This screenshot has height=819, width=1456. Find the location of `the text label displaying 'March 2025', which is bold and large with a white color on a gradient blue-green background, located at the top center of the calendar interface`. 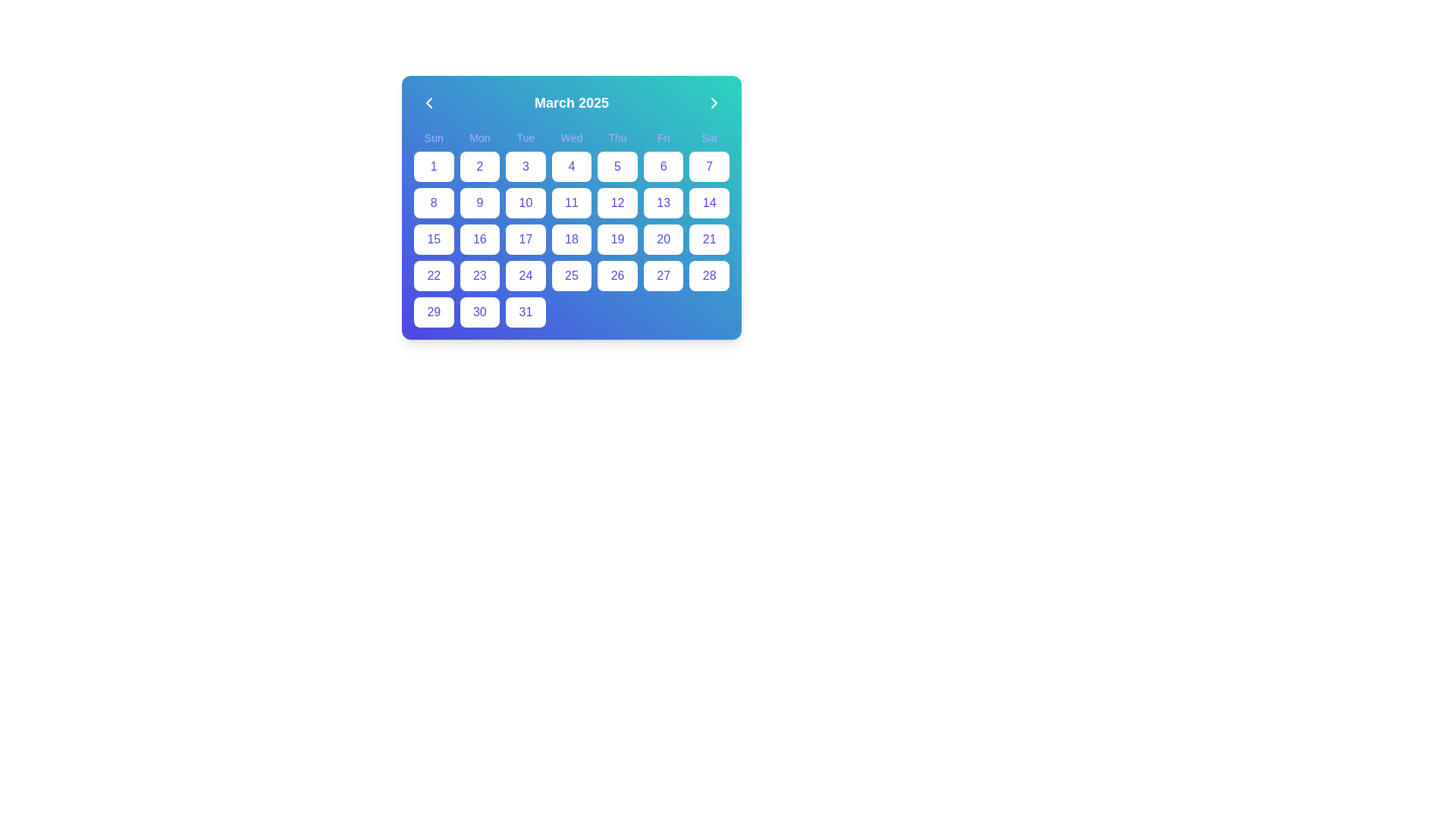

the text label displaying 'March 2025', which is bold and large with a white color on a gradient blue-green background, located at the top center of the calendar interface is located at coordinates (570, 102).